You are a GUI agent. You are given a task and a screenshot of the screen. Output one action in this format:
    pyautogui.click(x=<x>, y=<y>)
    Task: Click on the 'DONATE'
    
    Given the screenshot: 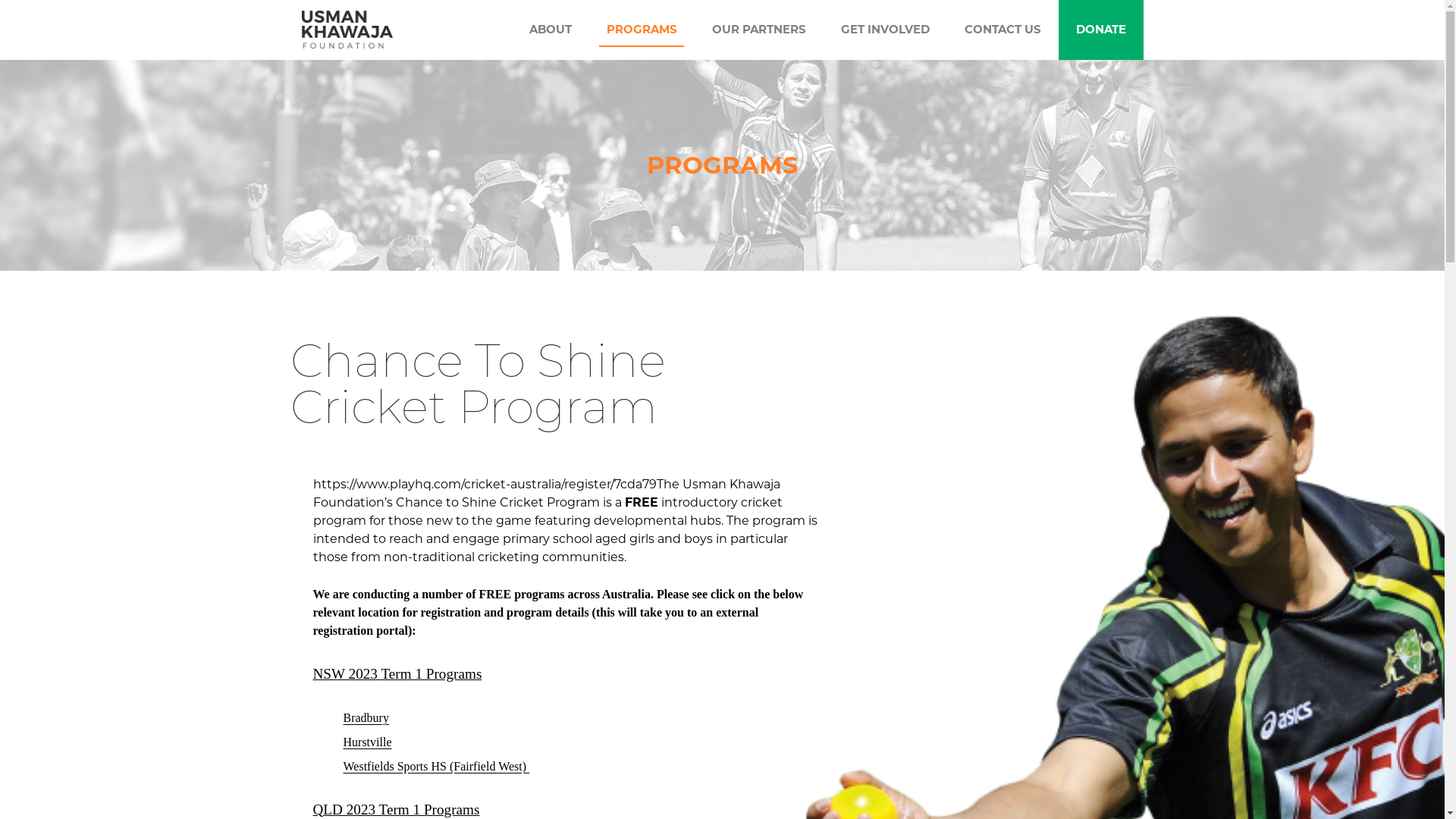 What is the action you would take?
    pyautogui.click(x=1100, y=30)
    